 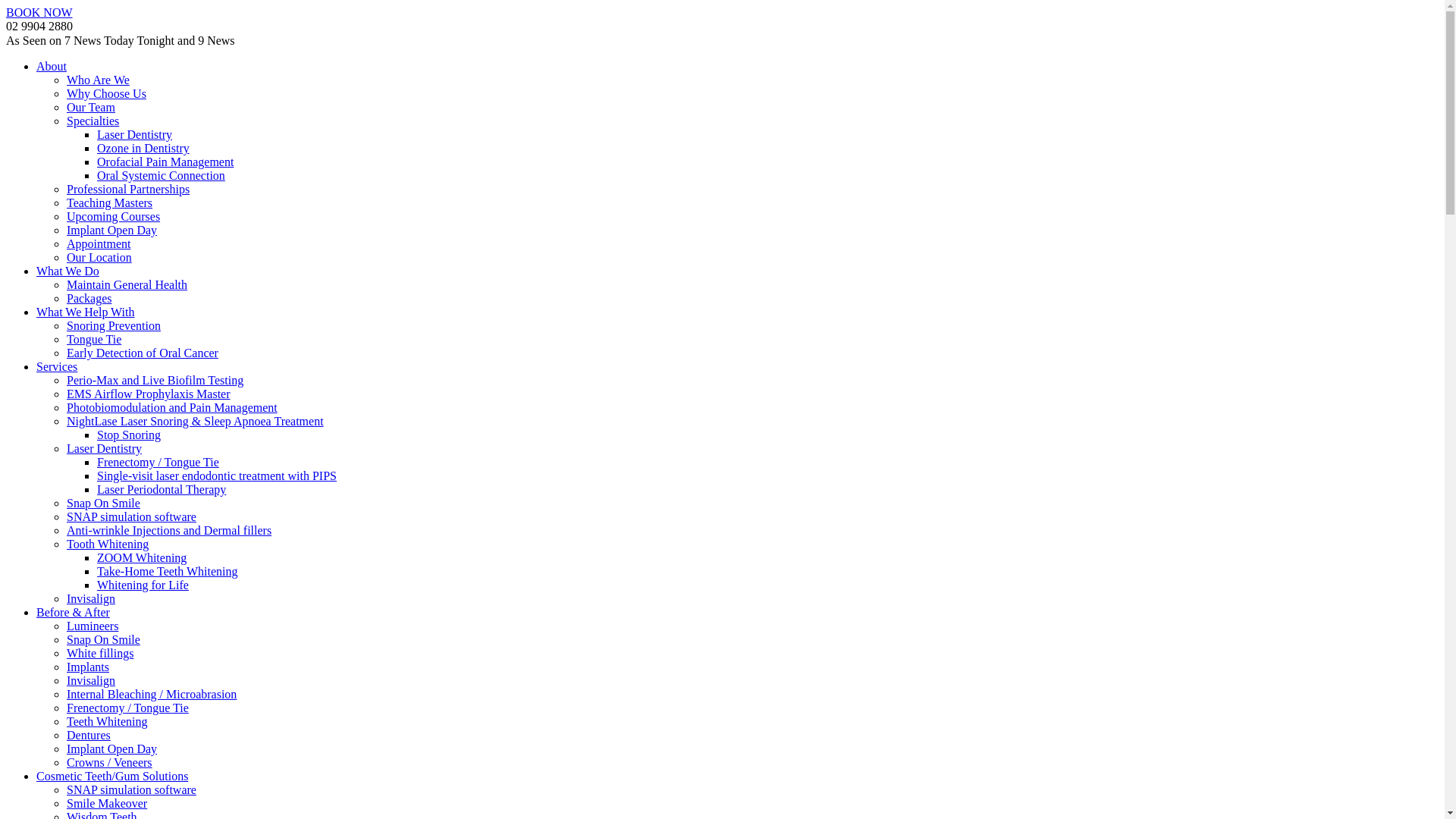 I want to click on 'Laser Periodontal Therapy', so click(x=96, y=489).